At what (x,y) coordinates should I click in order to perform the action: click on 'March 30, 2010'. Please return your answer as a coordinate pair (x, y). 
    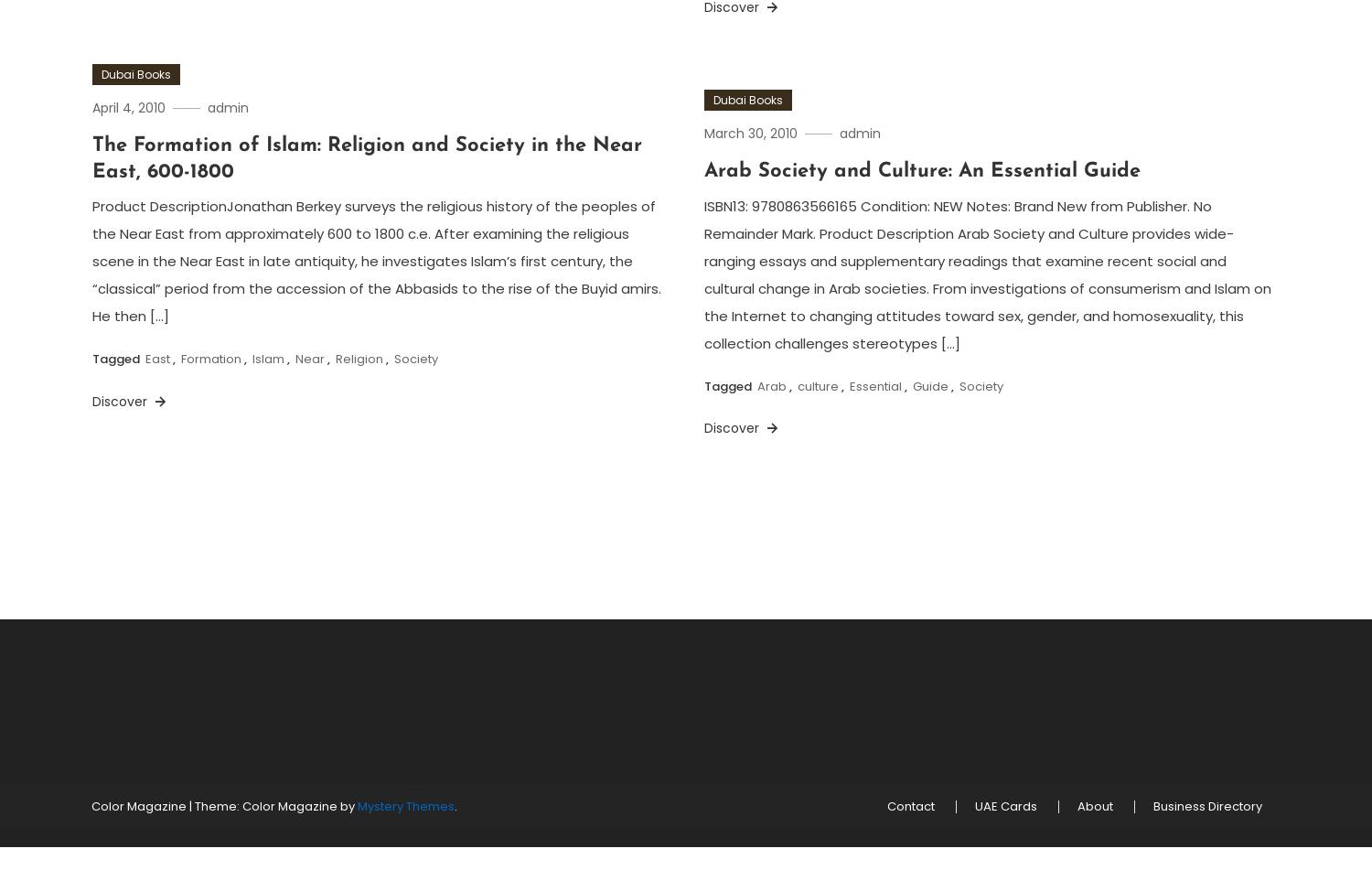
    Looking at the image, I should click on (703, 133).